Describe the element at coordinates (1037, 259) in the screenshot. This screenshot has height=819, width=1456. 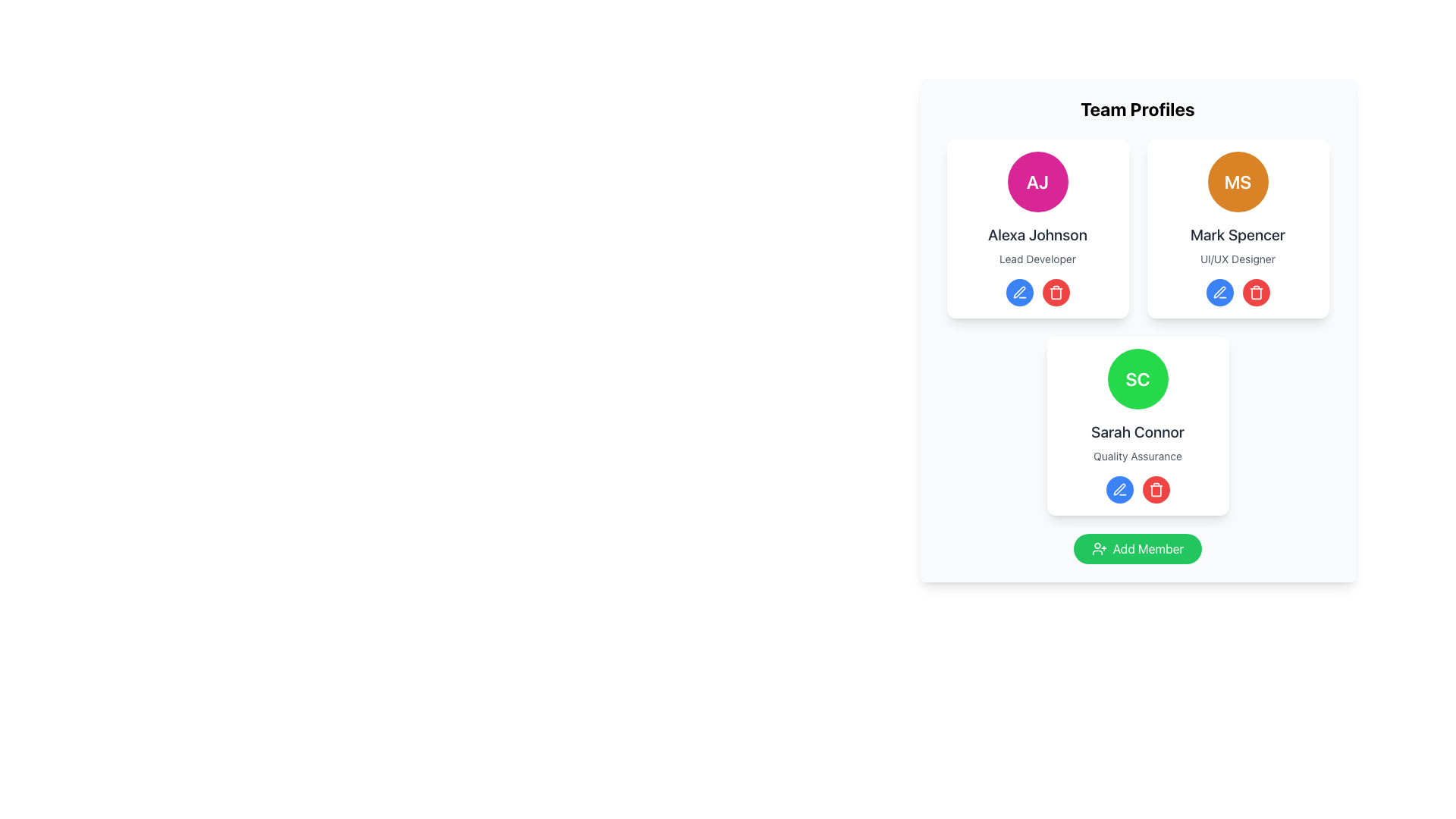
I see `the text label displaying 'Lead Developer' in light gray, positioned below 'Alexa Johnson' in the card associated with her` at that location.